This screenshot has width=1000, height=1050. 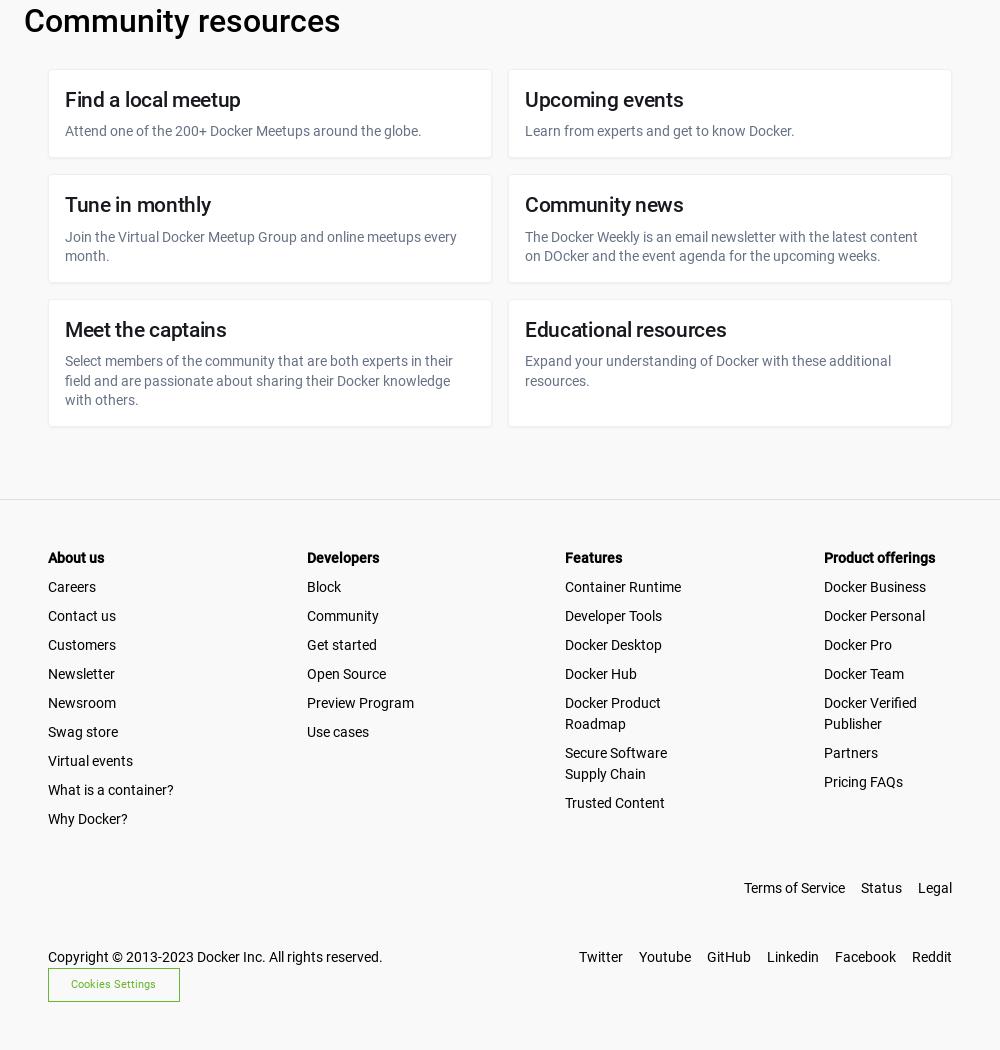 I want to click on 'Docker Verified Publisher', so click(x=868, y=712).